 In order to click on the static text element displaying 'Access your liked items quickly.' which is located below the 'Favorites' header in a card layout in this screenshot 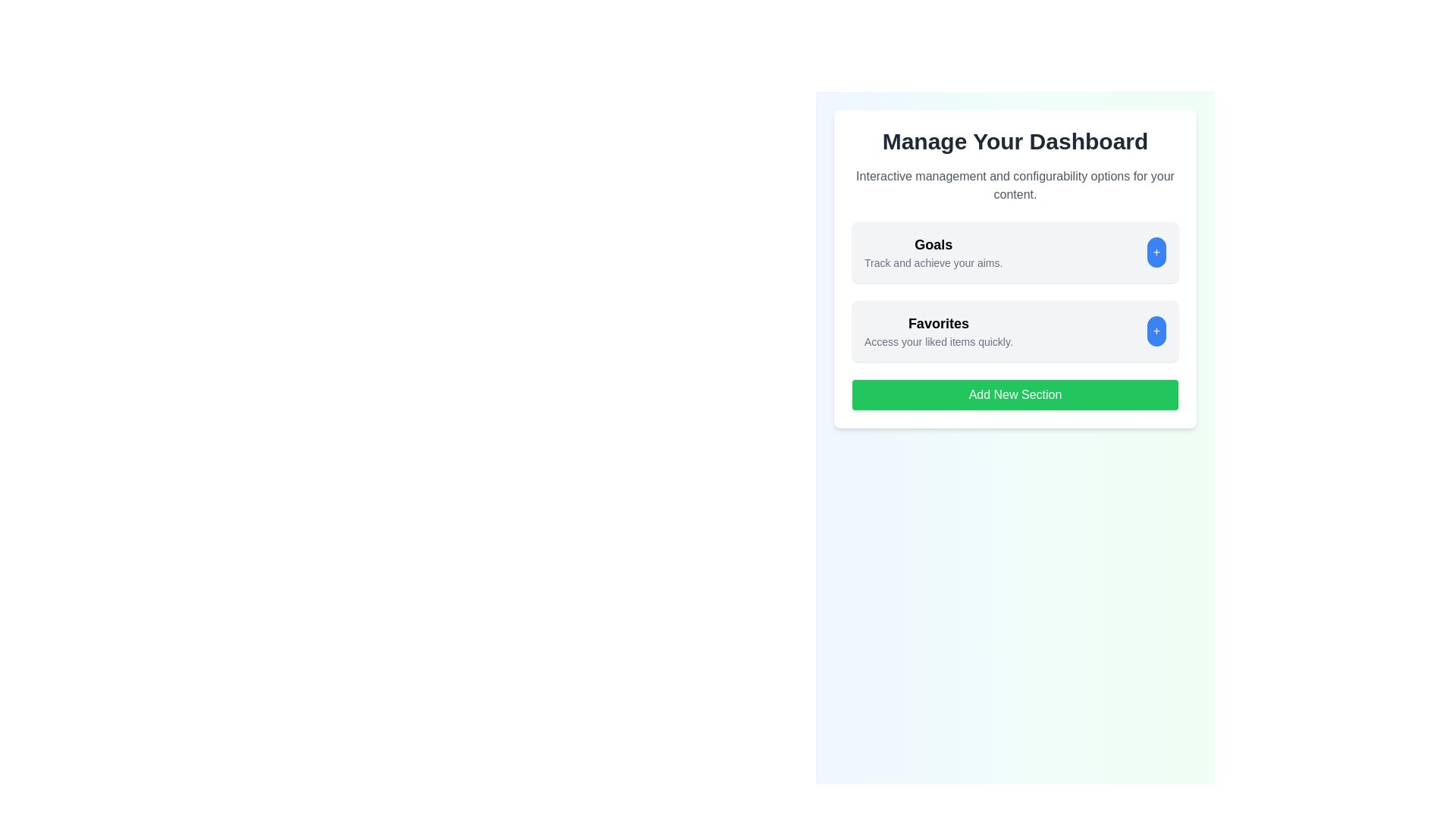, I will do `click(937, 342)`.